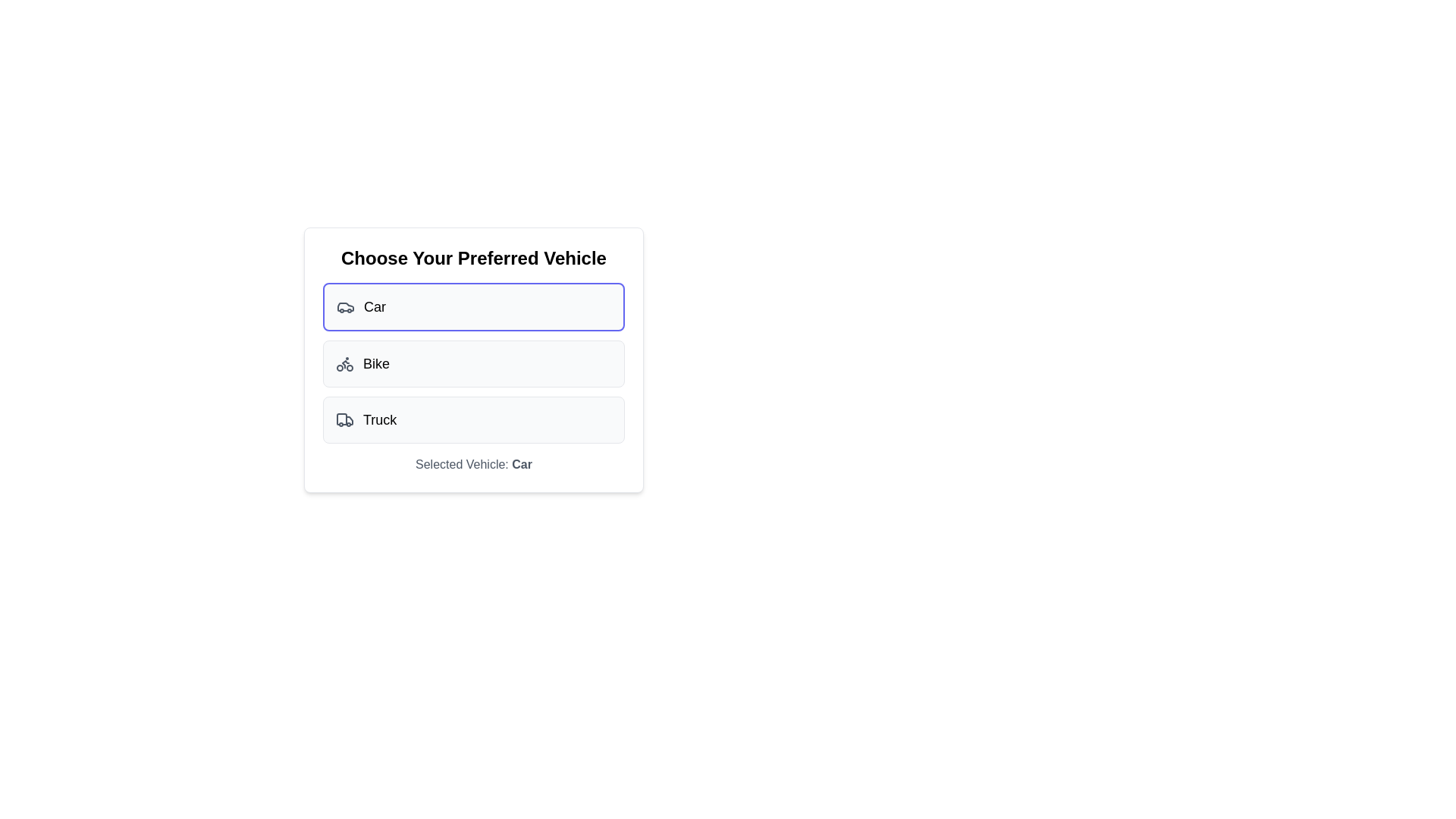  Describe the element at coordinates (345, 307) in the screenshot. I see `the car icon located in the top-left corner of the first item in a vertical list of options within a selection panel` at that location.